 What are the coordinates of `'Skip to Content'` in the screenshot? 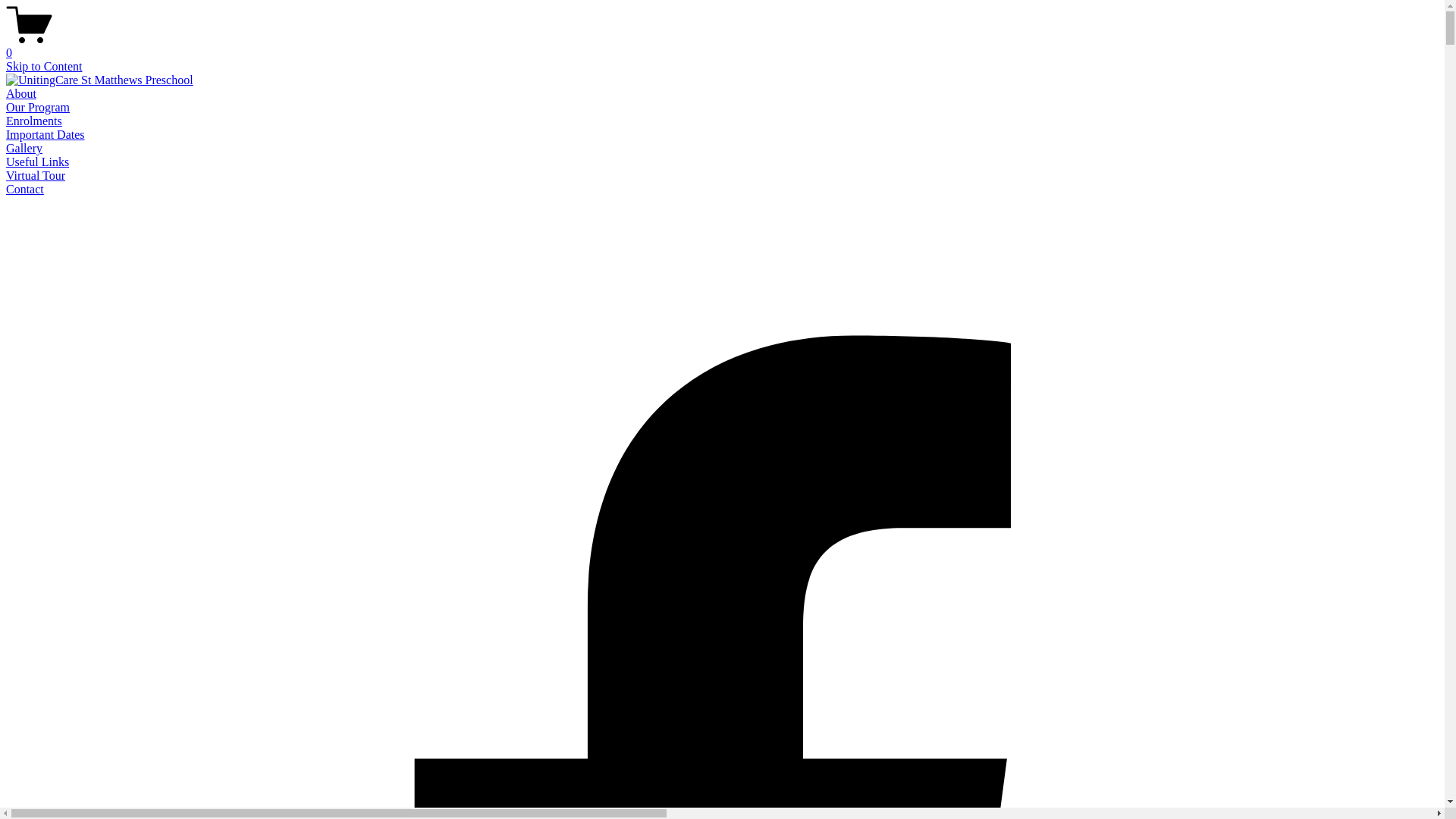 It's located at (43, 65).